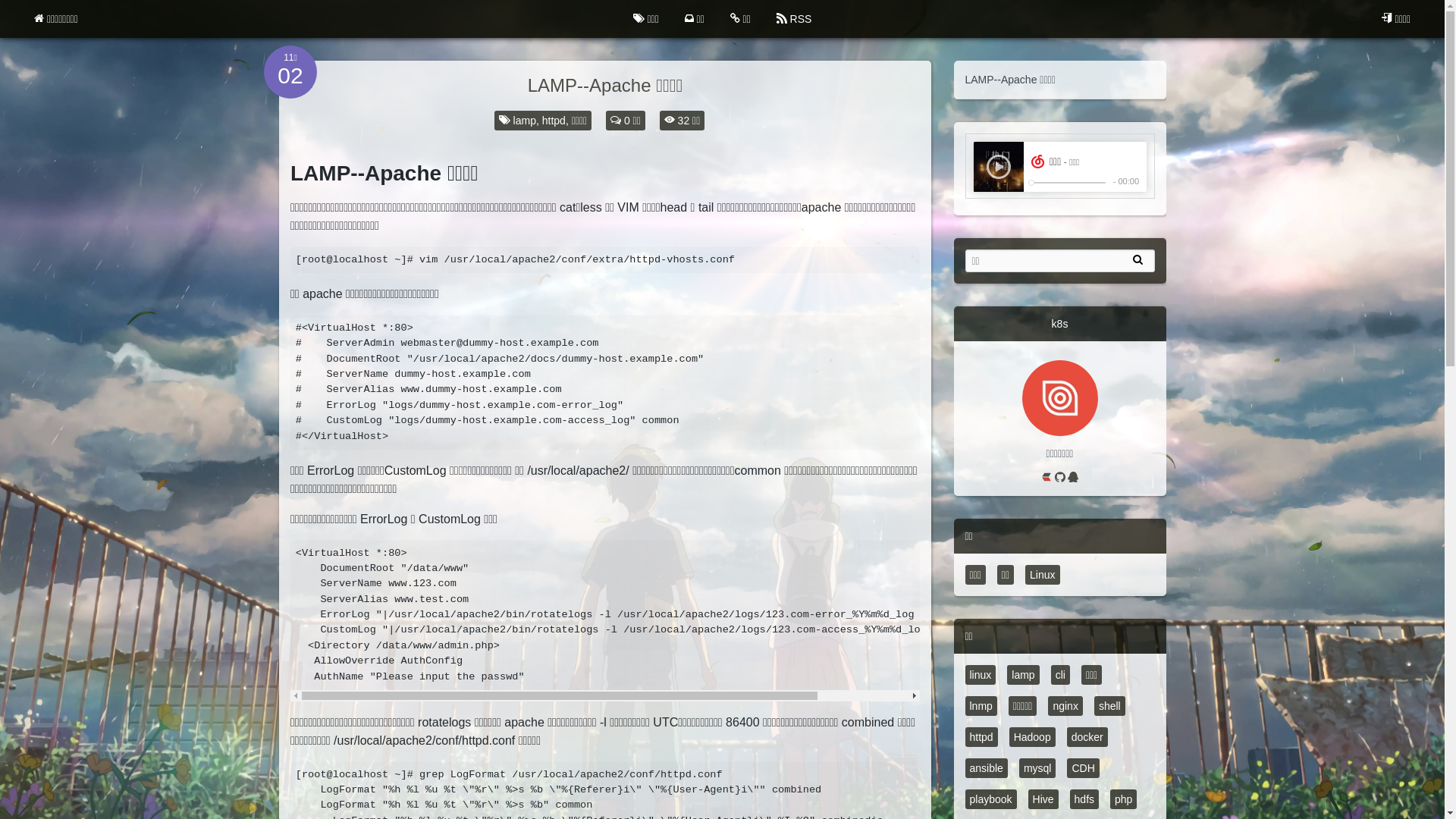 Image resolution: width=1456 pixels, height=819 pixels. Describe the element at coordinates (1123, 798) in the screenshot. I see `'php'` at that location.